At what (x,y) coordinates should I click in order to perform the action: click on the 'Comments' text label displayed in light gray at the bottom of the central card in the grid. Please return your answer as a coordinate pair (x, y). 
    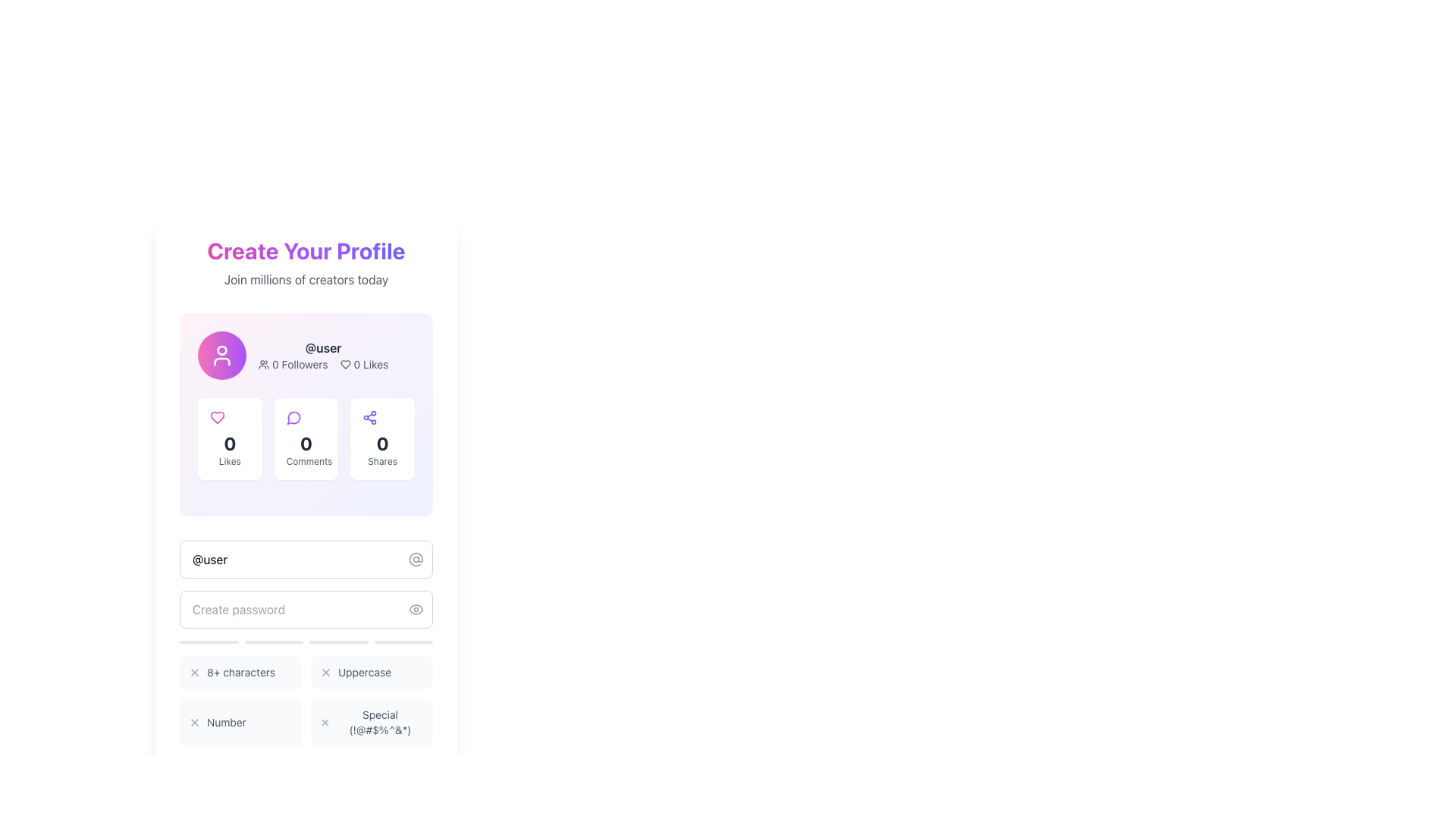
    Looking at the image, I should click on (305, 461).